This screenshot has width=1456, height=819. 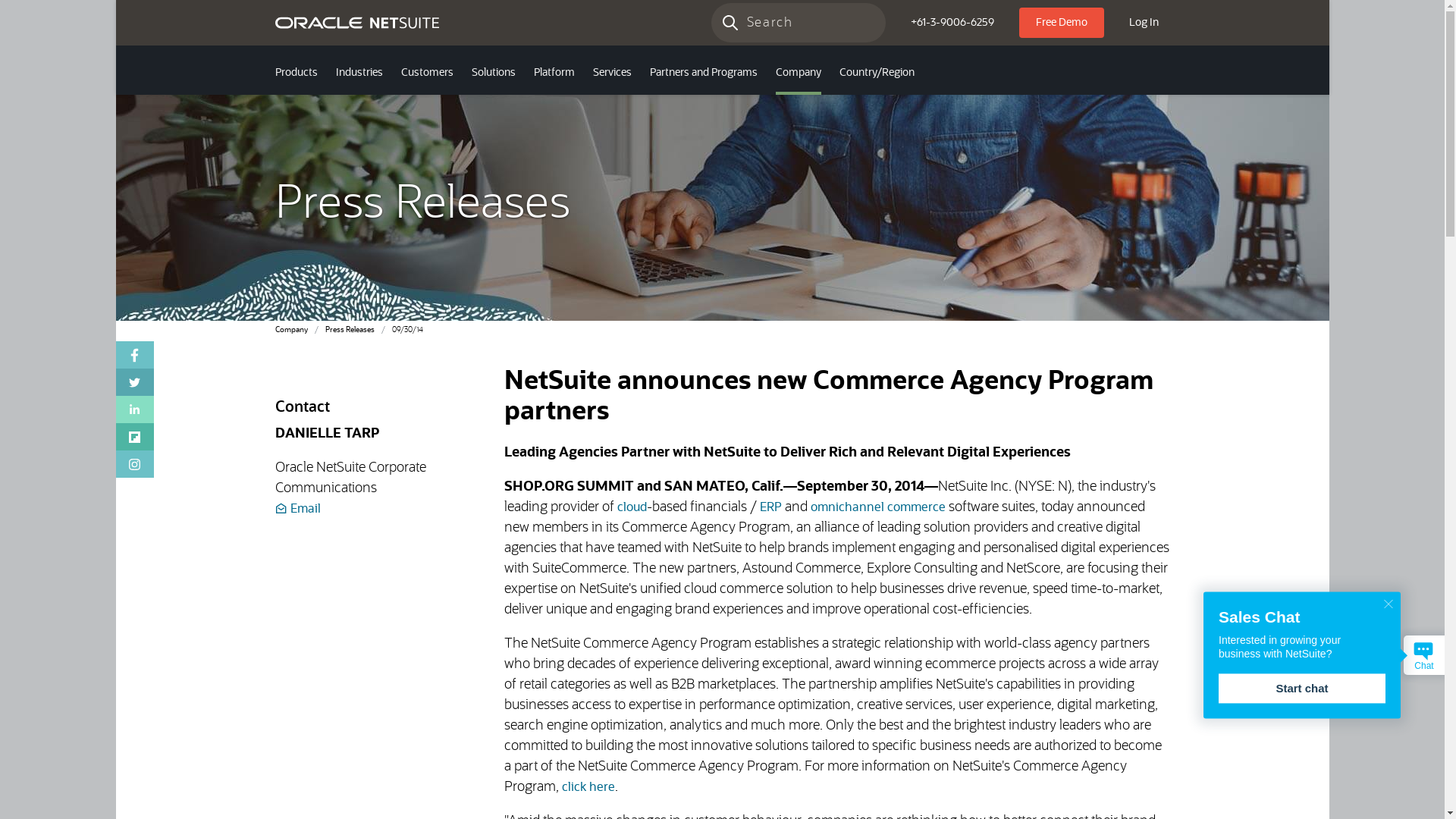 I want to click on 'Company', so click(x=290, y=329).